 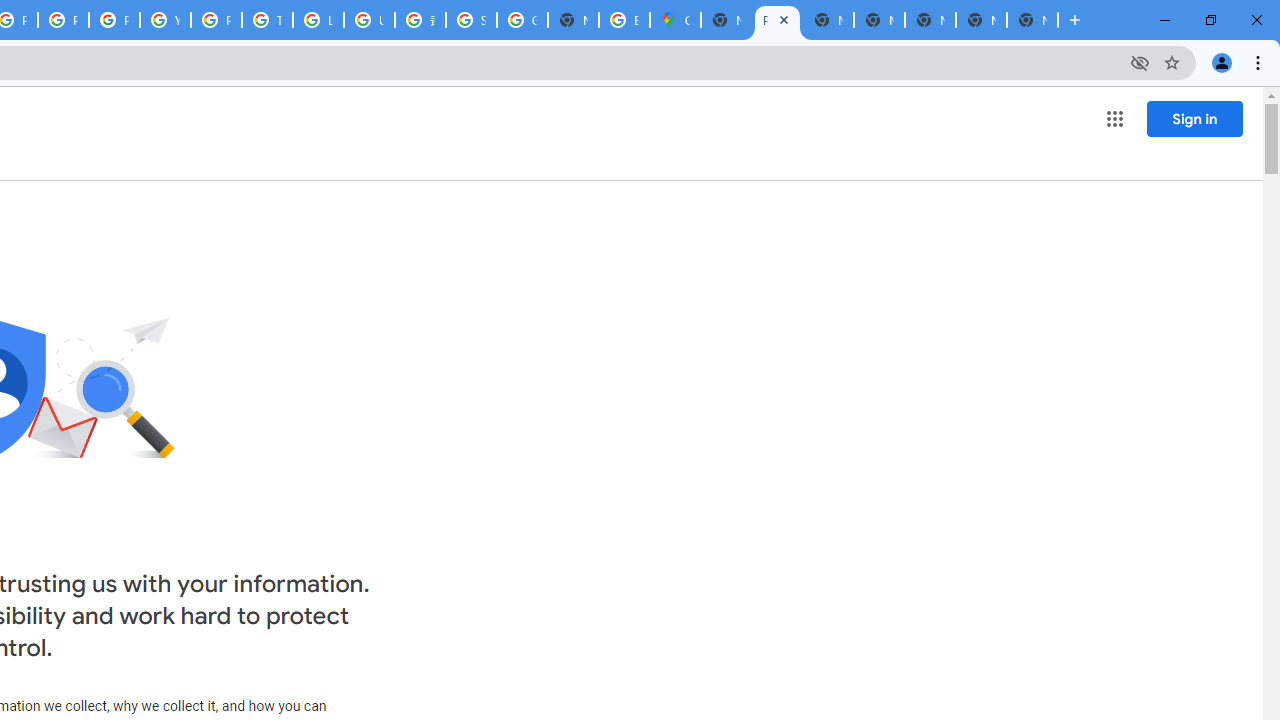 What do you see at coordinates (64, 20) in the screenshot?
I see `'Privacy Help Center - Policies Help'` at bounding box center [64, 20].